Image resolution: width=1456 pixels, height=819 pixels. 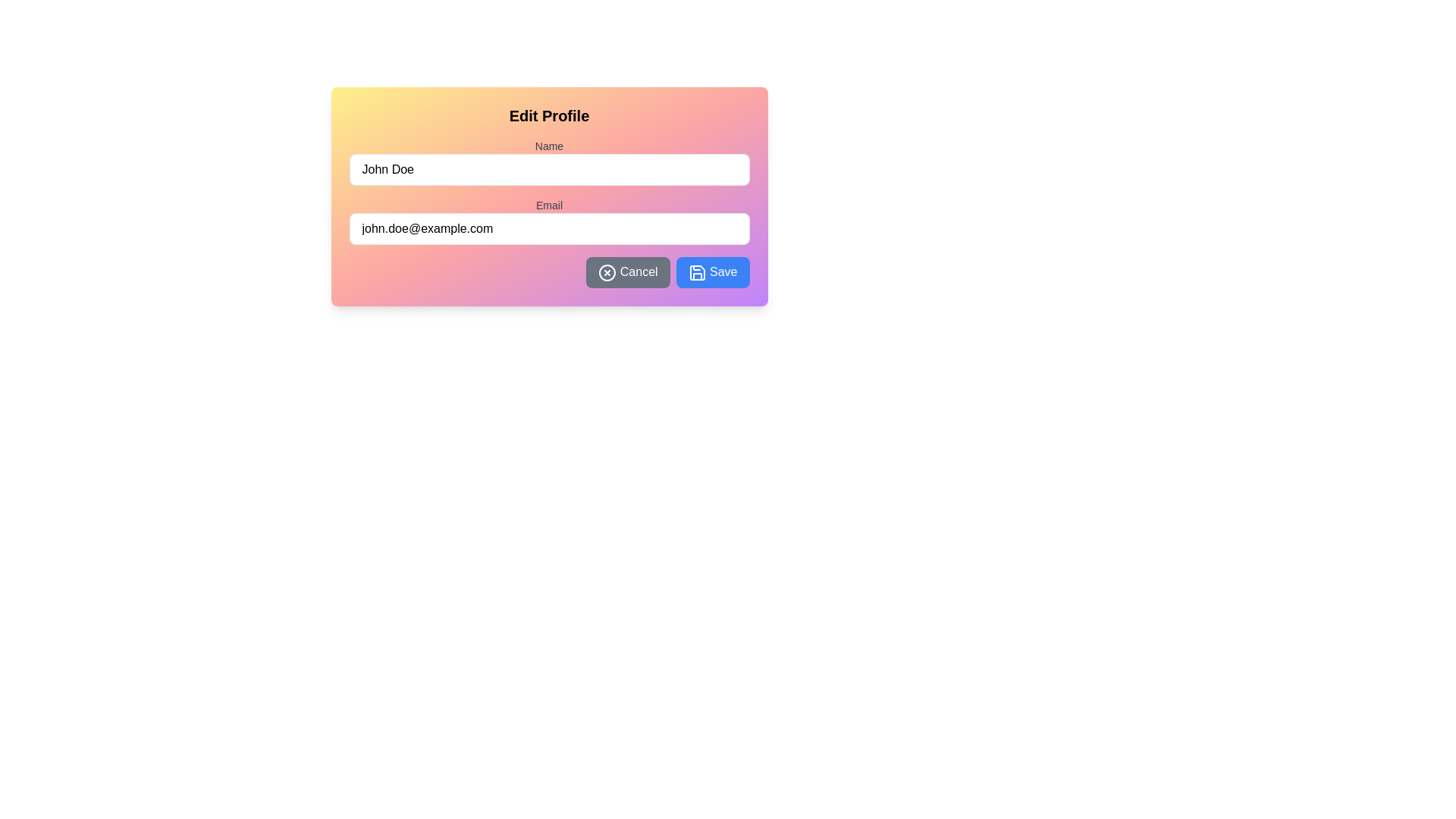 What do you see at coordinates (607, 271) in the screenshot?
I see `the decorative icon` at bounding box center [607, 271].